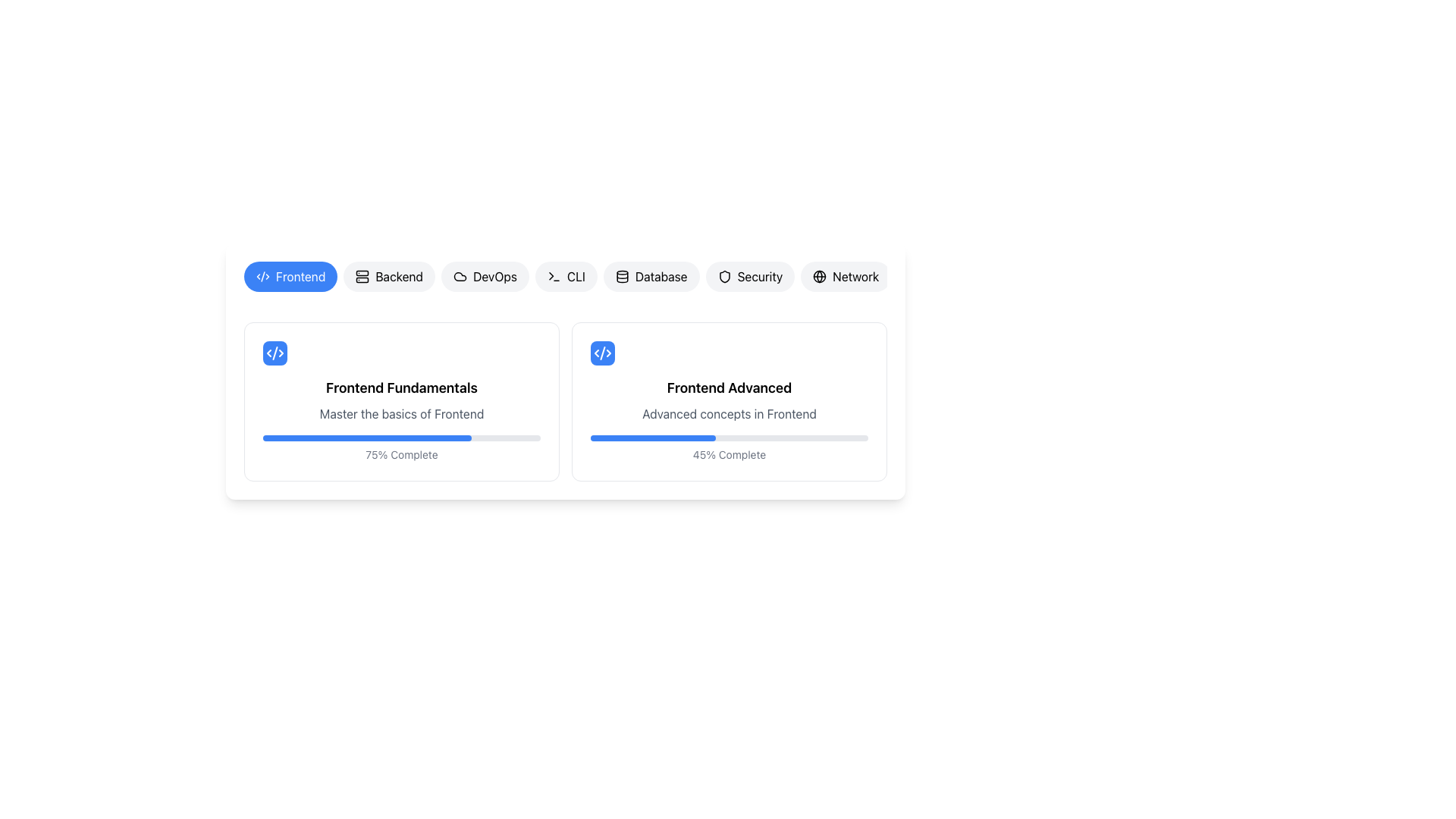 The width and height of the screenshot is (1456, 819). I want to click on the 'Frontend' text label within the first button in the horizontal list at the top of the interface, so click(300, 277).